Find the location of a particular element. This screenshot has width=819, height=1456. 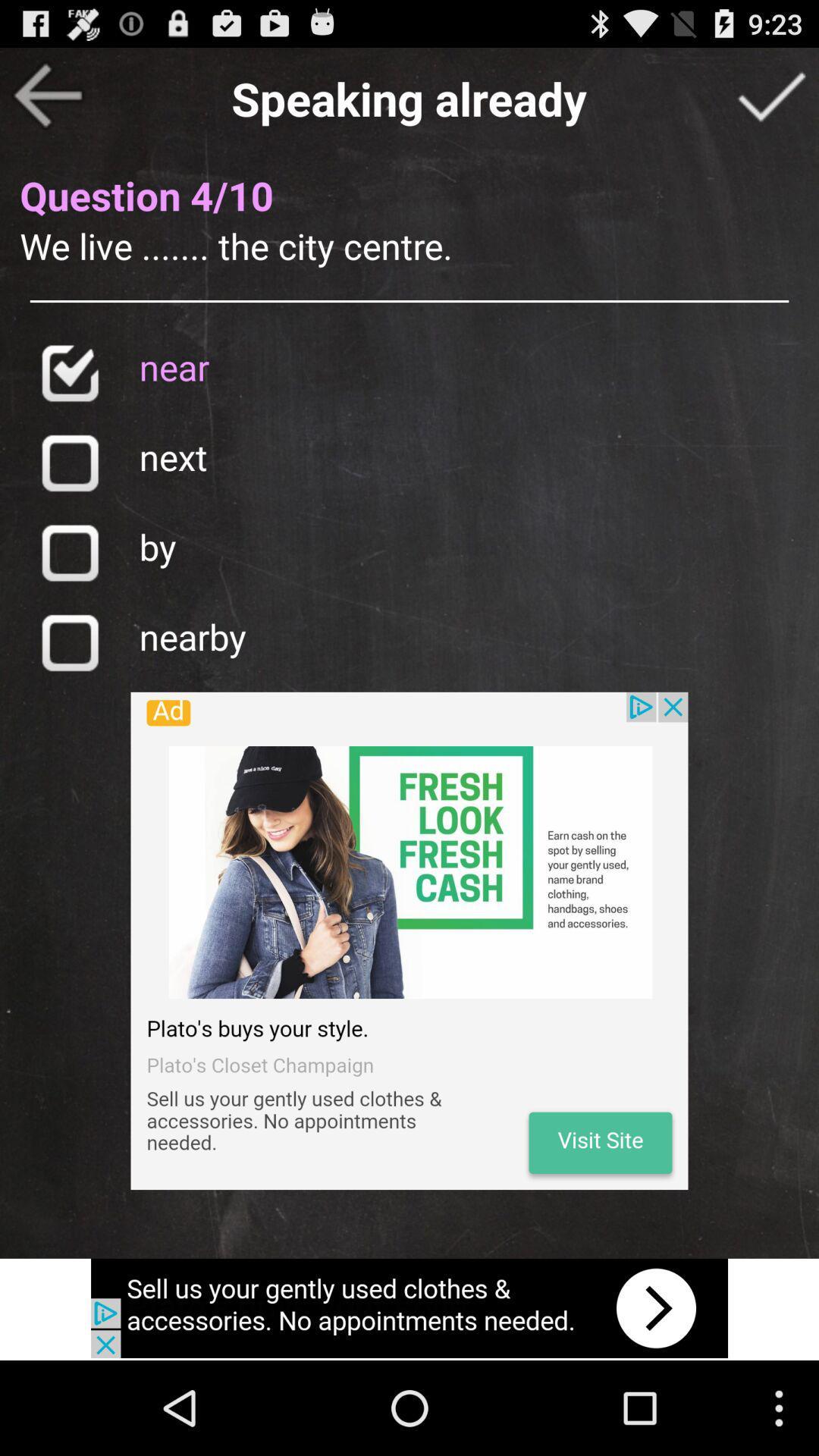

the arrow_backward icon is located at coordinates (46, 101).